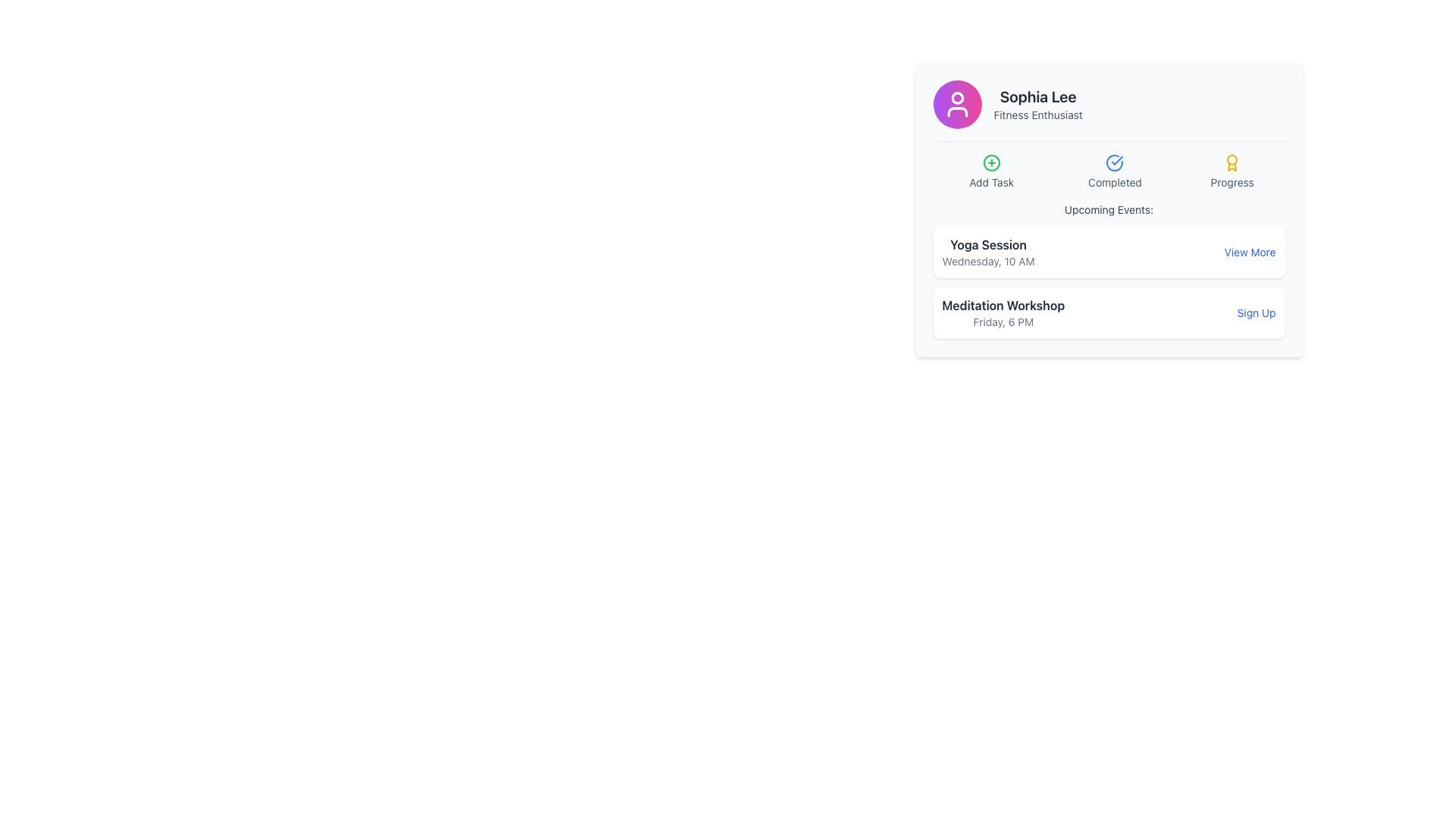 The height and width of the screenshot is (819, 1456). Describe the element at coordinates (991, 181) in the screenshot. I see `the descriptive label text located beneath the green circular 'plus' icon, which indicates an action to add a task` at that location.